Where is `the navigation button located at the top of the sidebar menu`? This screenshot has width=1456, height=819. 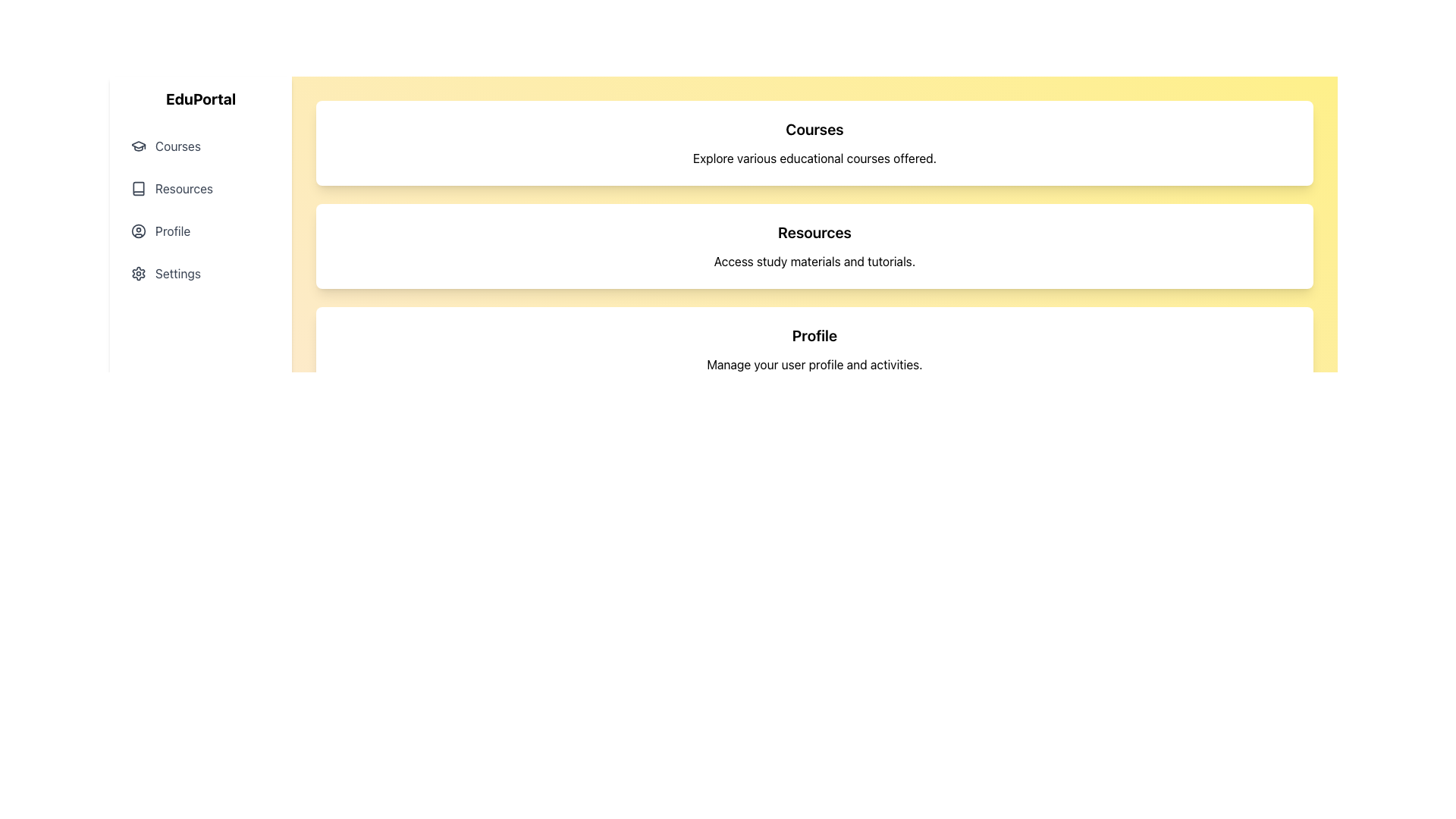
the navigation button located at the top of the sidebar menu is located at coordinates (199, 146).